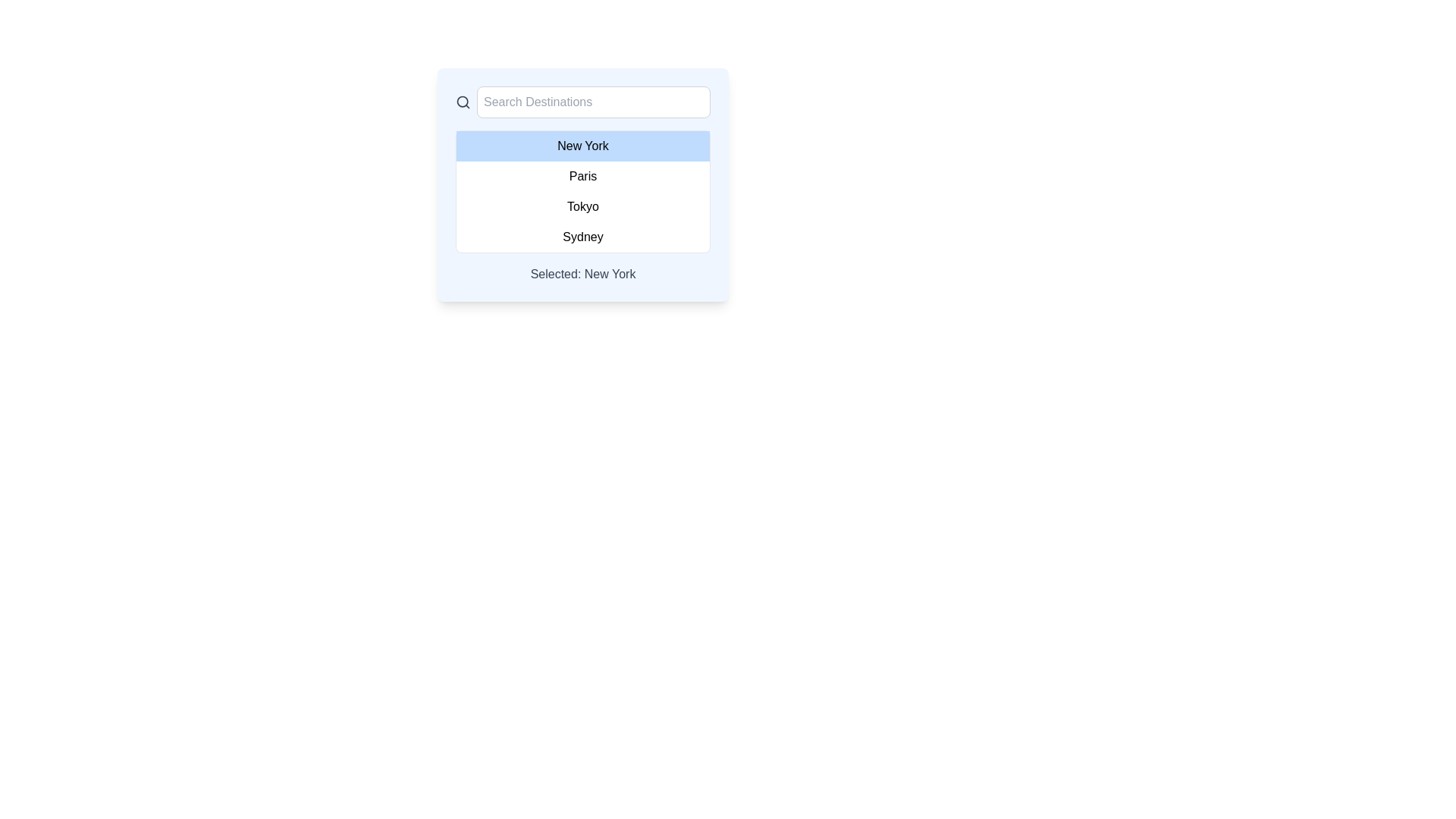 Image resolution: width=1456 pixels, height=819 pixels. Describe the element at coordinates (582, 146) in the screenshot. I see `text content of the first list item with a light blue background that contains the text 'New York' located directly under the 'Search Destinations' input field` at that location.